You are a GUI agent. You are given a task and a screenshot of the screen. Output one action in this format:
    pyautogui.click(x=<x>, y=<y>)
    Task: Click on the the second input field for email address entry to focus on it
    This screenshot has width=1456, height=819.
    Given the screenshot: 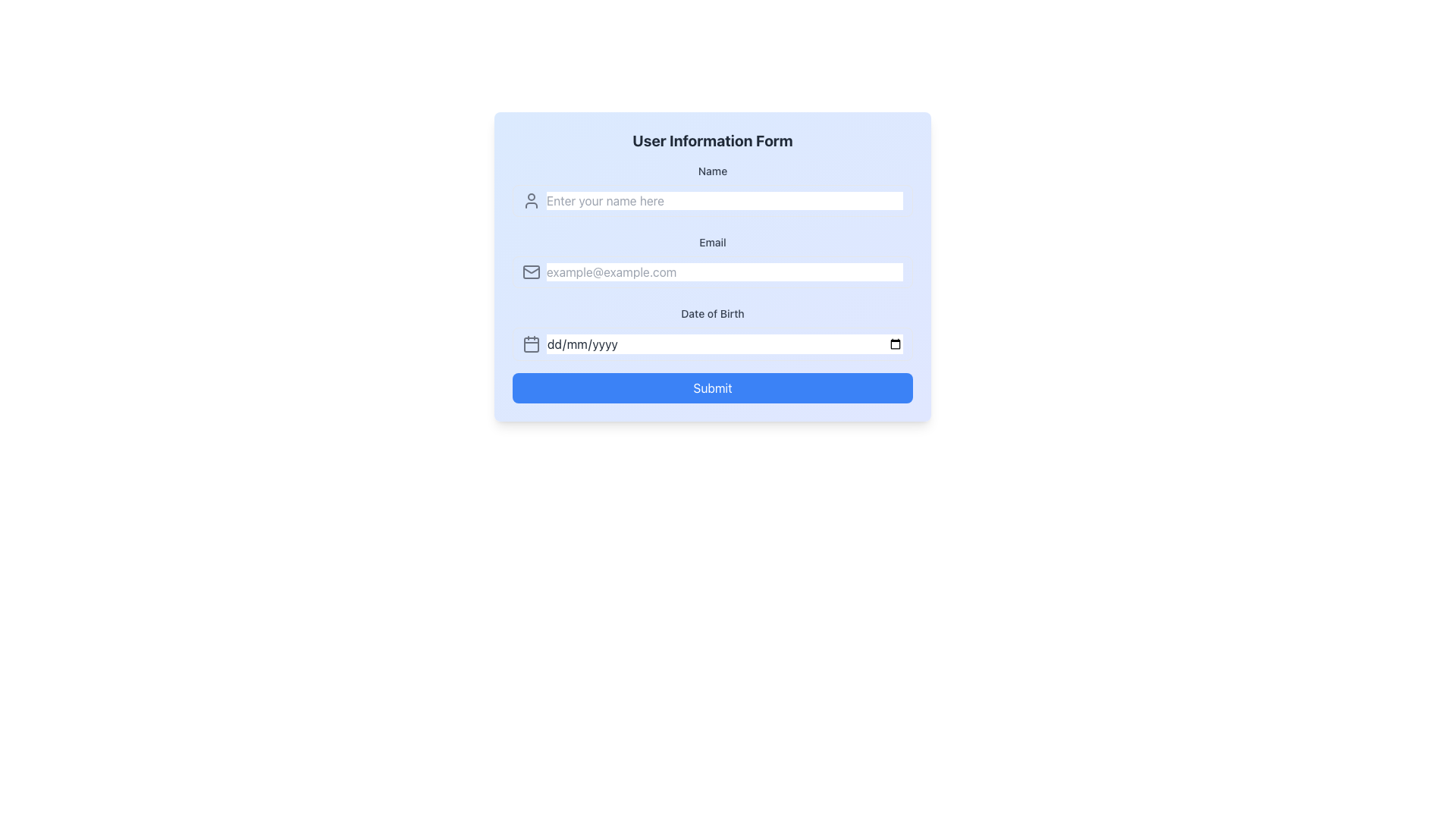 What is the action you would take?
    pyautogui.click(x=712, y=260)
    